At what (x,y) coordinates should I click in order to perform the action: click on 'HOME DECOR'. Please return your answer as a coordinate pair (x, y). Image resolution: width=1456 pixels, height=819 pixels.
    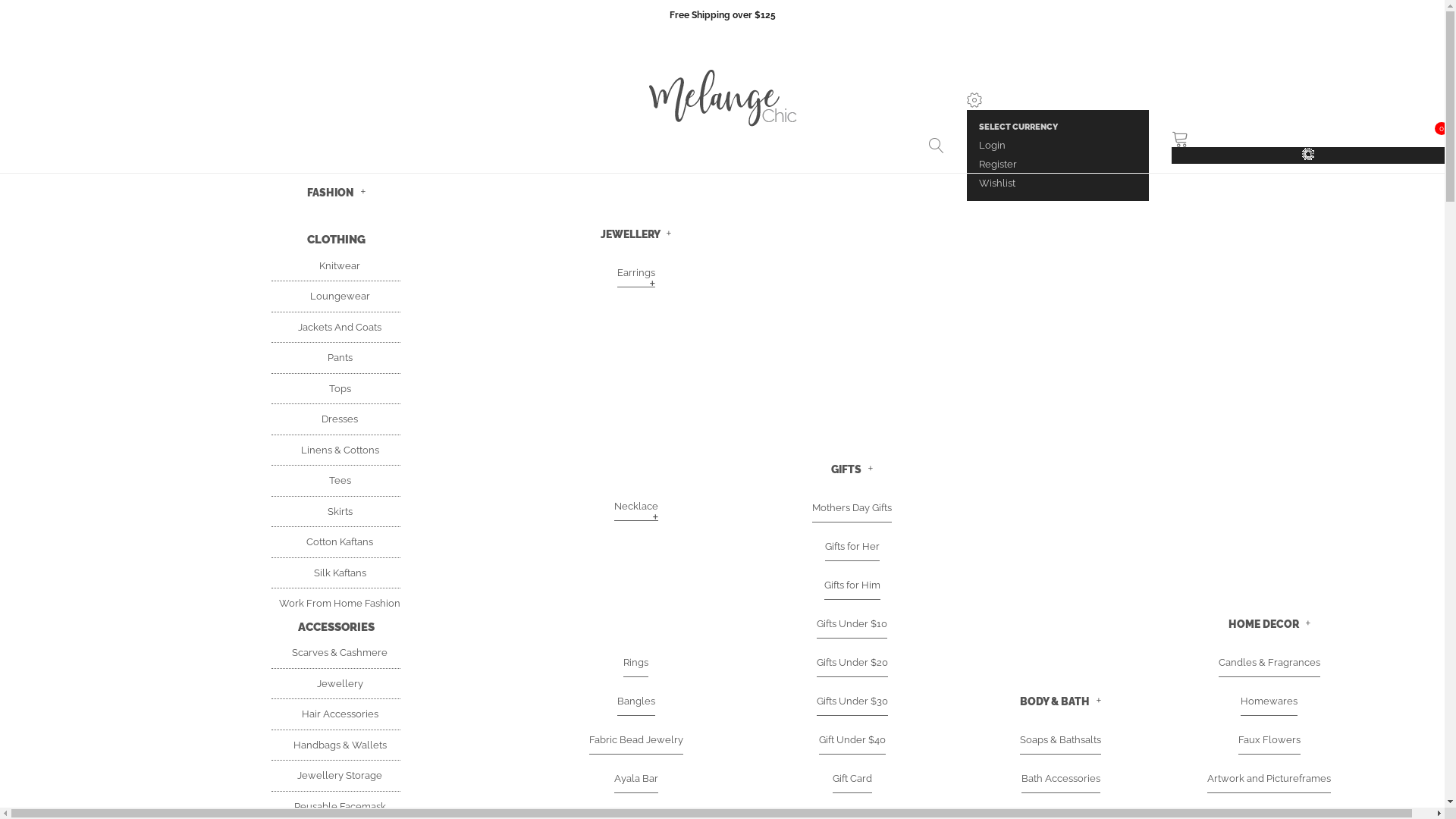
    Looking at the image, I should click on (1228, 623).